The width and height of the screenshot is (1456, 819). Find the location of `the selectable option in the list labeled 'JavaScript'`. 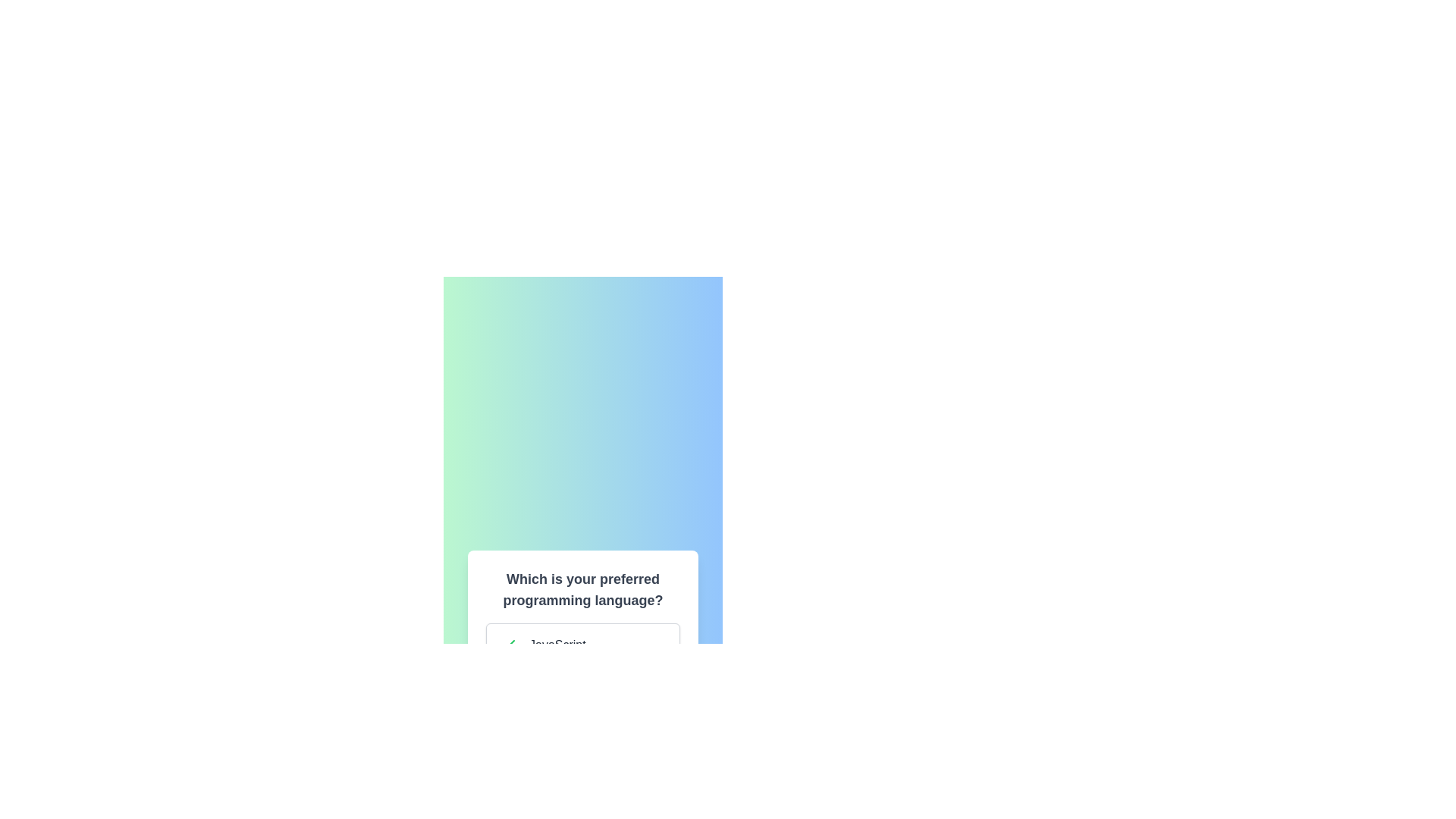

the selectable option in the list labeled 'JavaScript' is located at coordinates (582, 645).